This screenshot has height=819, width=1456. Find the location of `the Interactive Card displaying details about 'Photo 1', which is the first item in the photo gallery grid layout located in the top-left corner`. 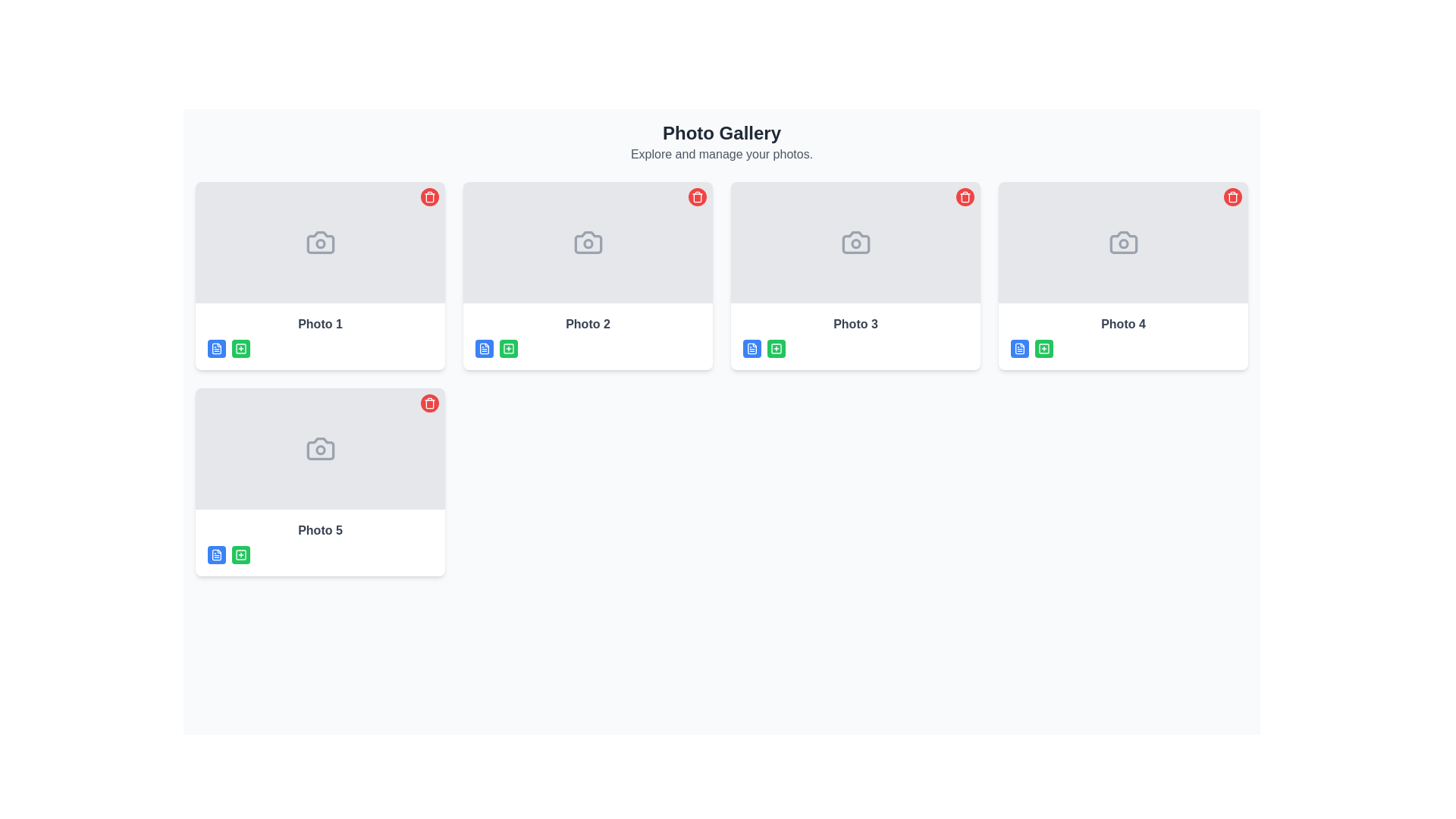

the Interactive Card displaying details about 'Photo 1', which is the first item in the photo gallery grid layout located in the top-left corner is located at coordinates (319, 275).